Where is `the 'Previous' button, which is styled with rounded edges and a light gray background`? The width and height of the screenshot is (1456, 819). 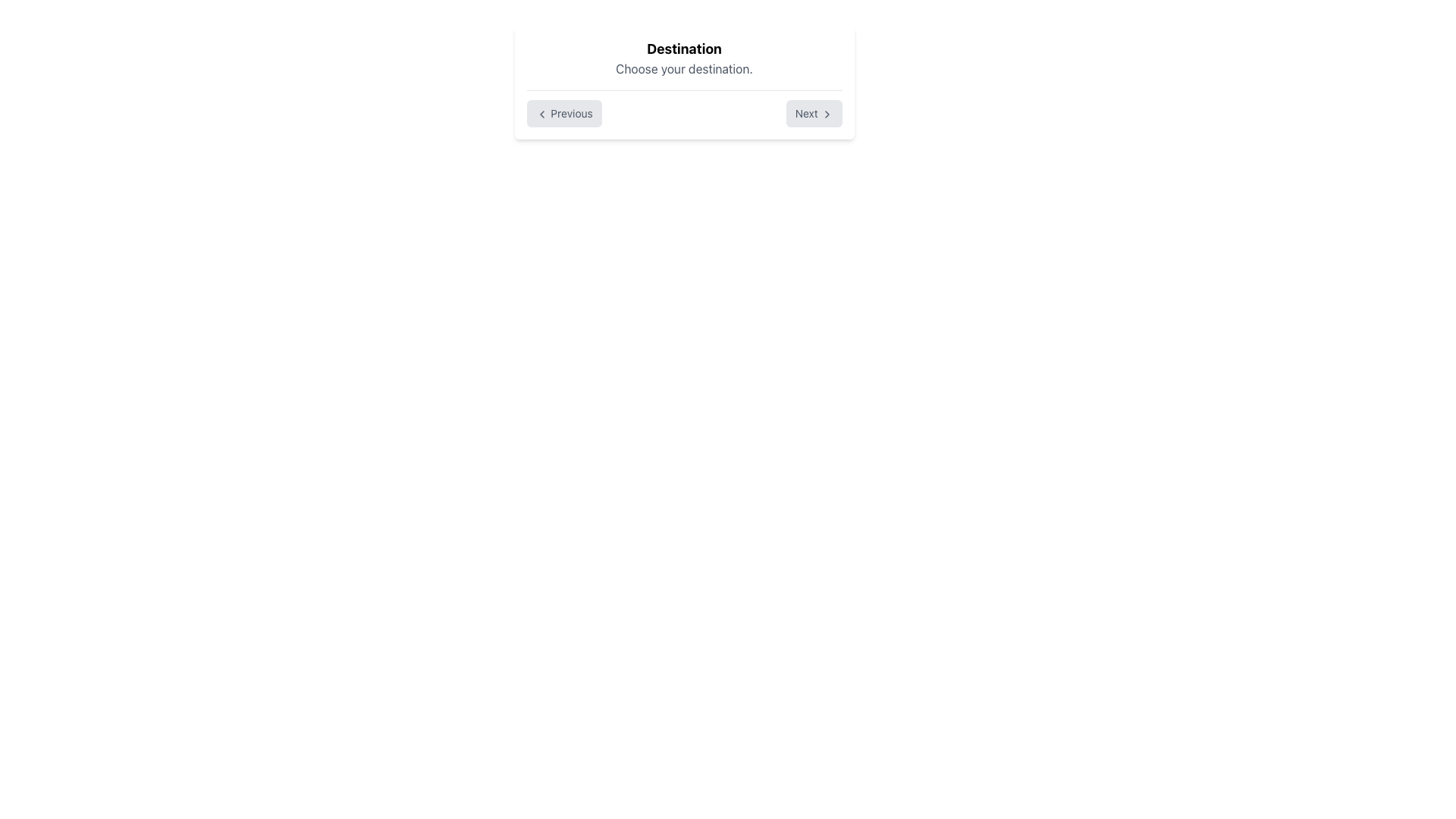 the 'Previous' button, which is styled with rounded edges and a light gray background is located at coordinates (563, 113).